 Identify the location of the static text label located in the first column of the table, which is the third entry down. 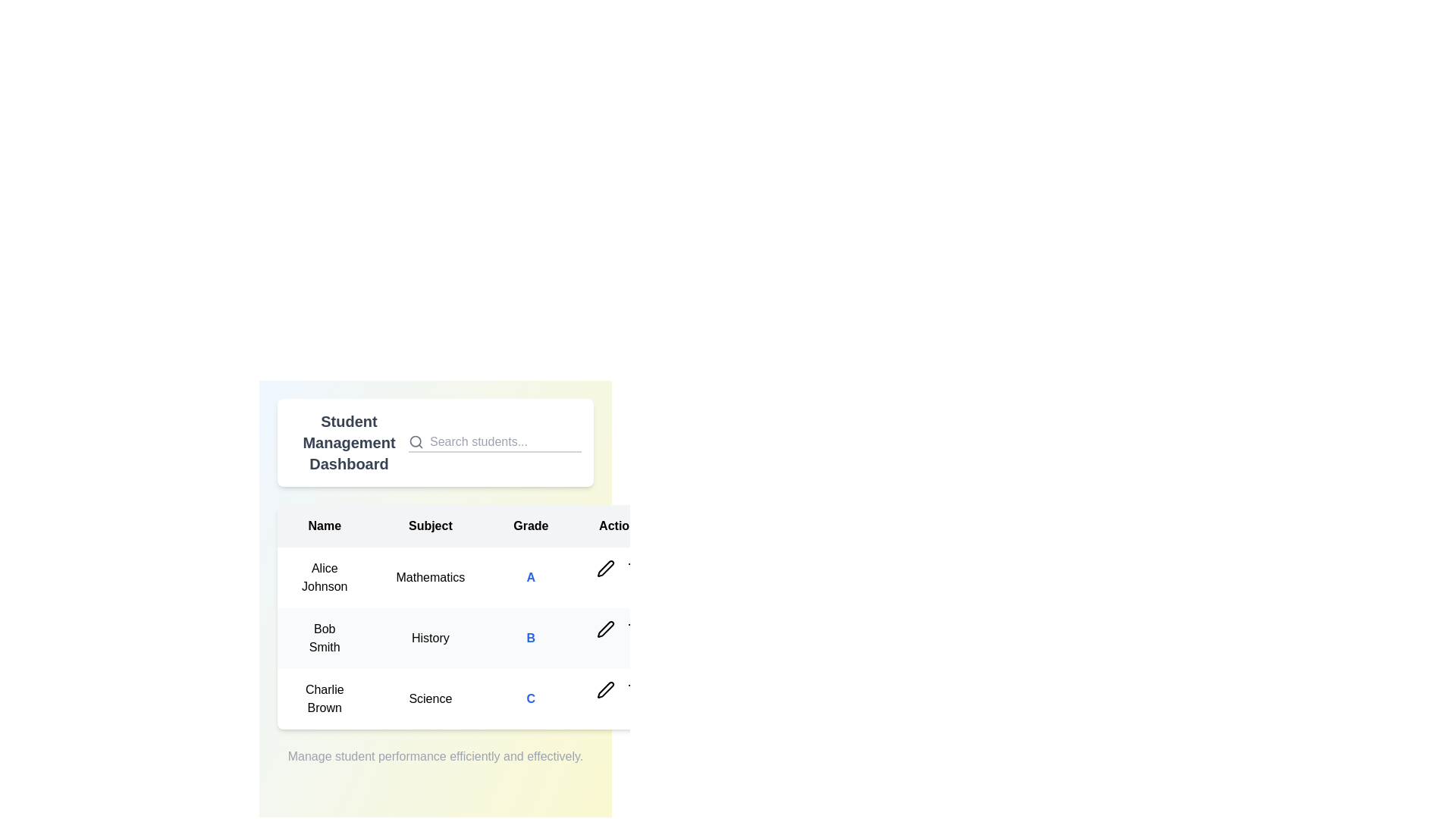
(324, 698).